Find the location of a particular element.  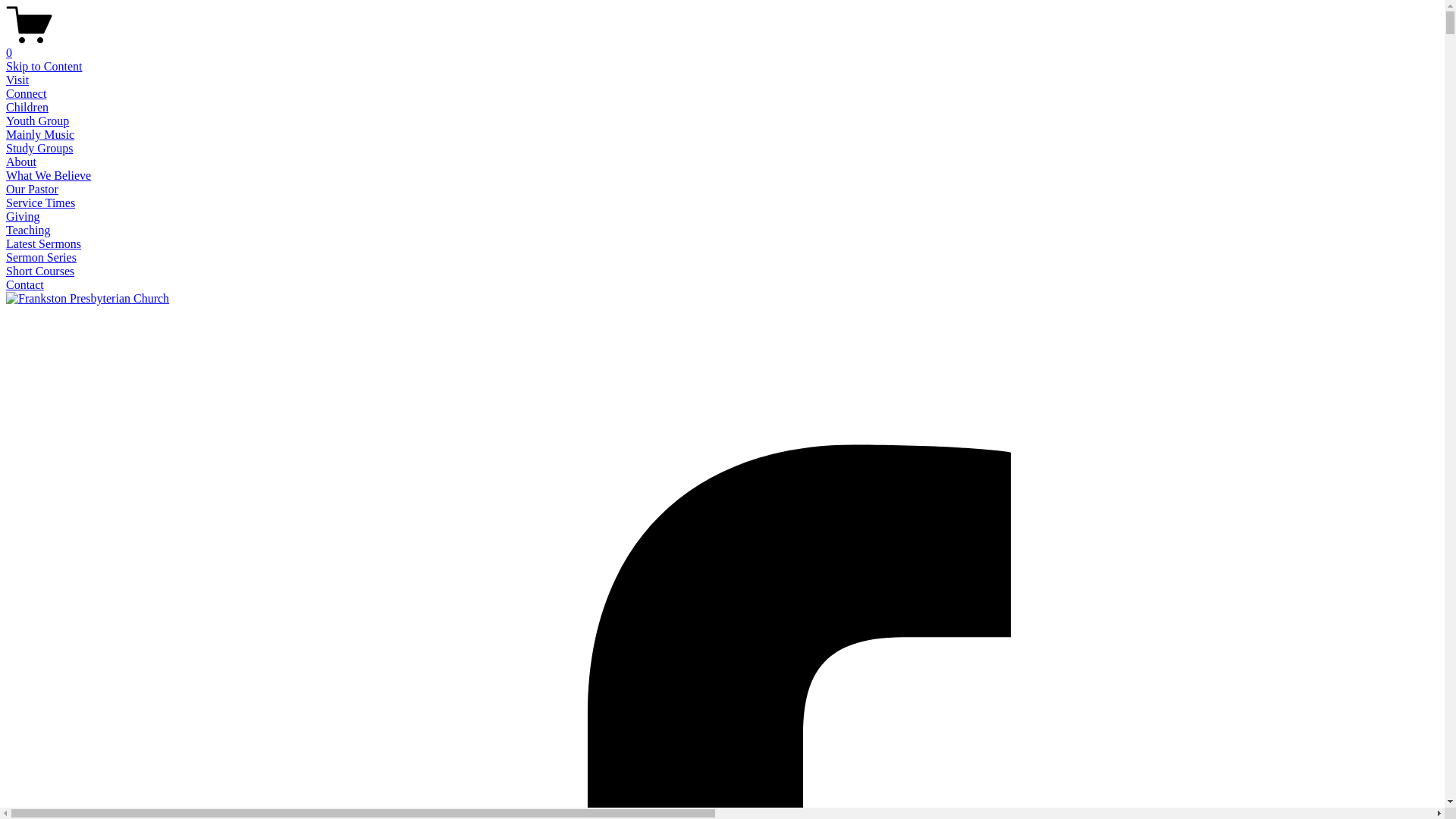

'Sermon Series' is located at coordinates (41, 256).